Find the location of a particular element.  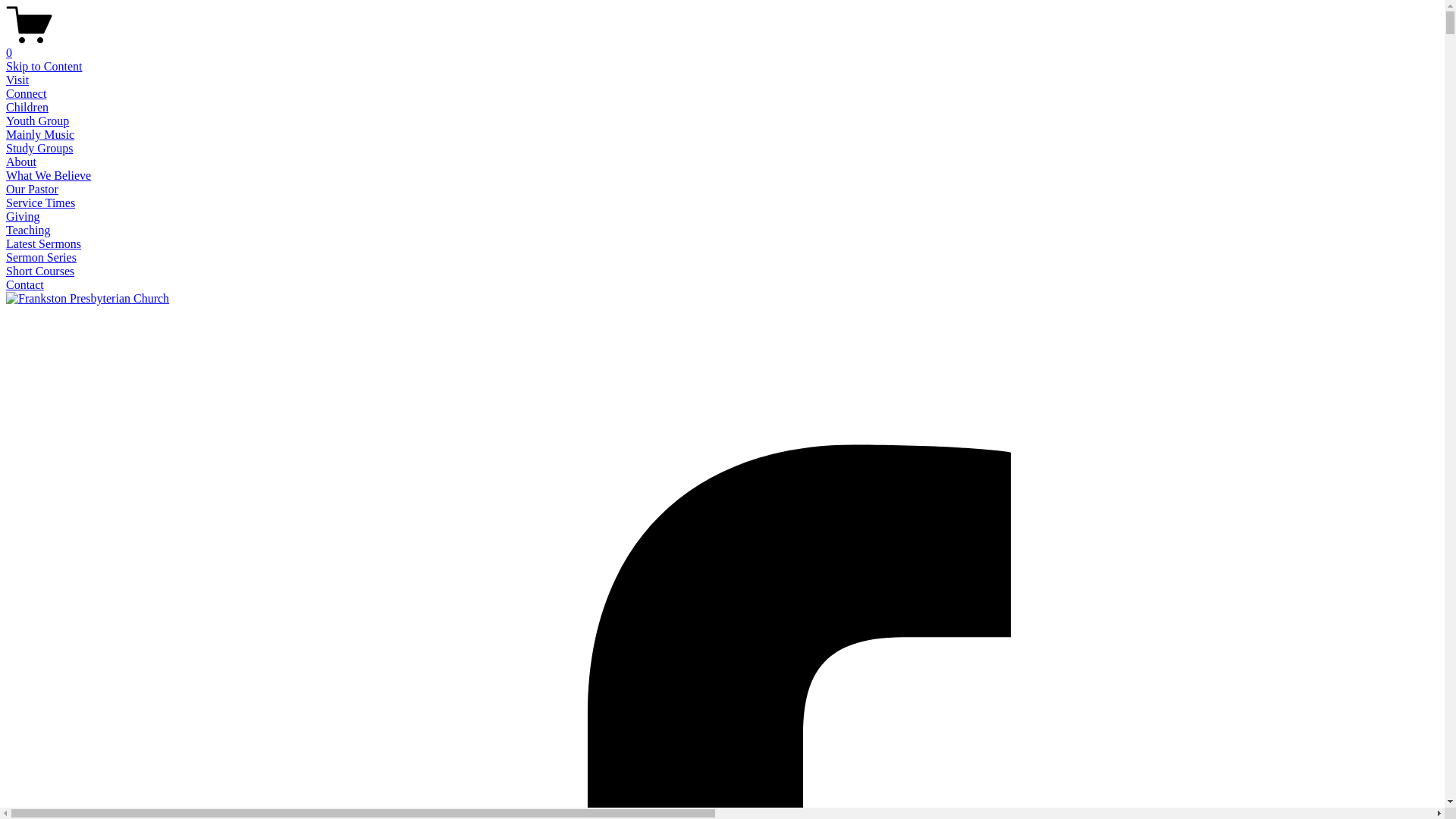

'Sermon Series' is located at coordinates (41, 256).